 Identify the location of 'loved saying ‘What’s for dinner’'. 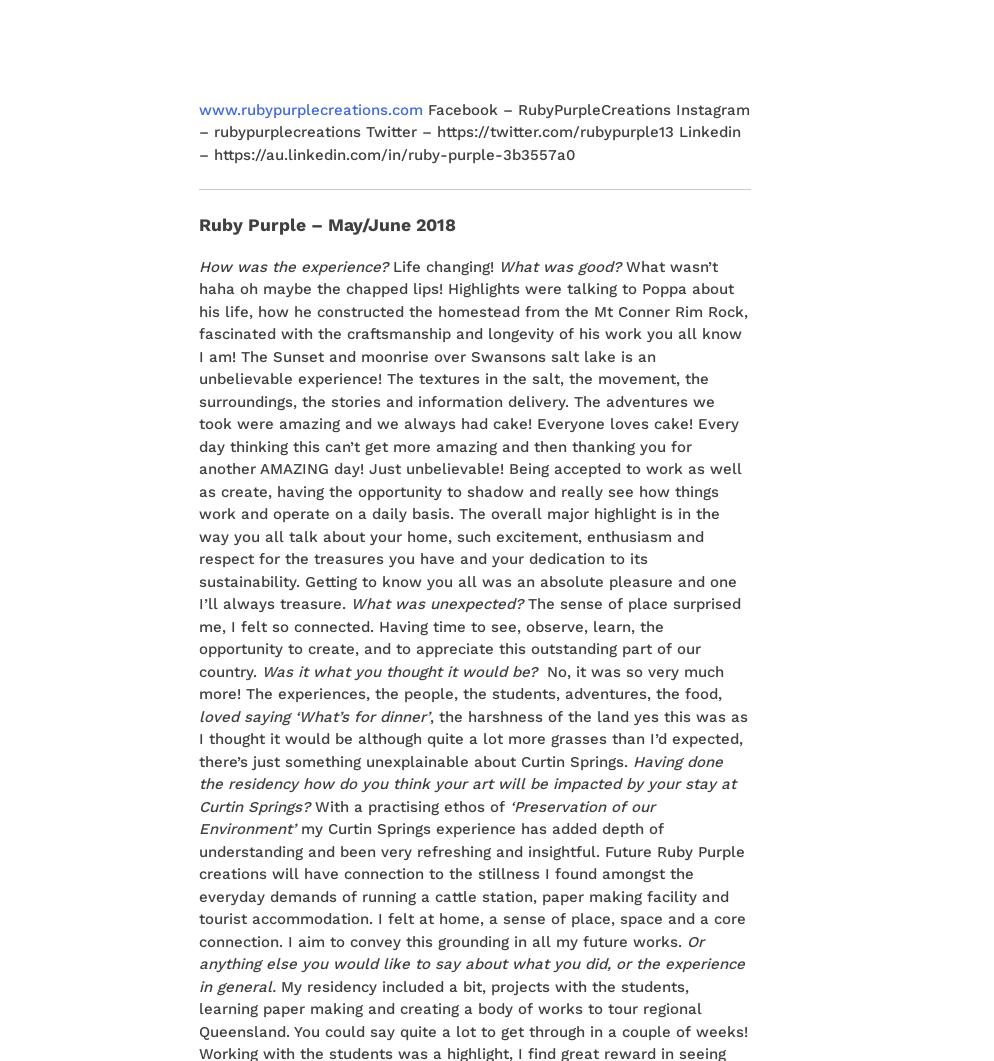
(314, 715).